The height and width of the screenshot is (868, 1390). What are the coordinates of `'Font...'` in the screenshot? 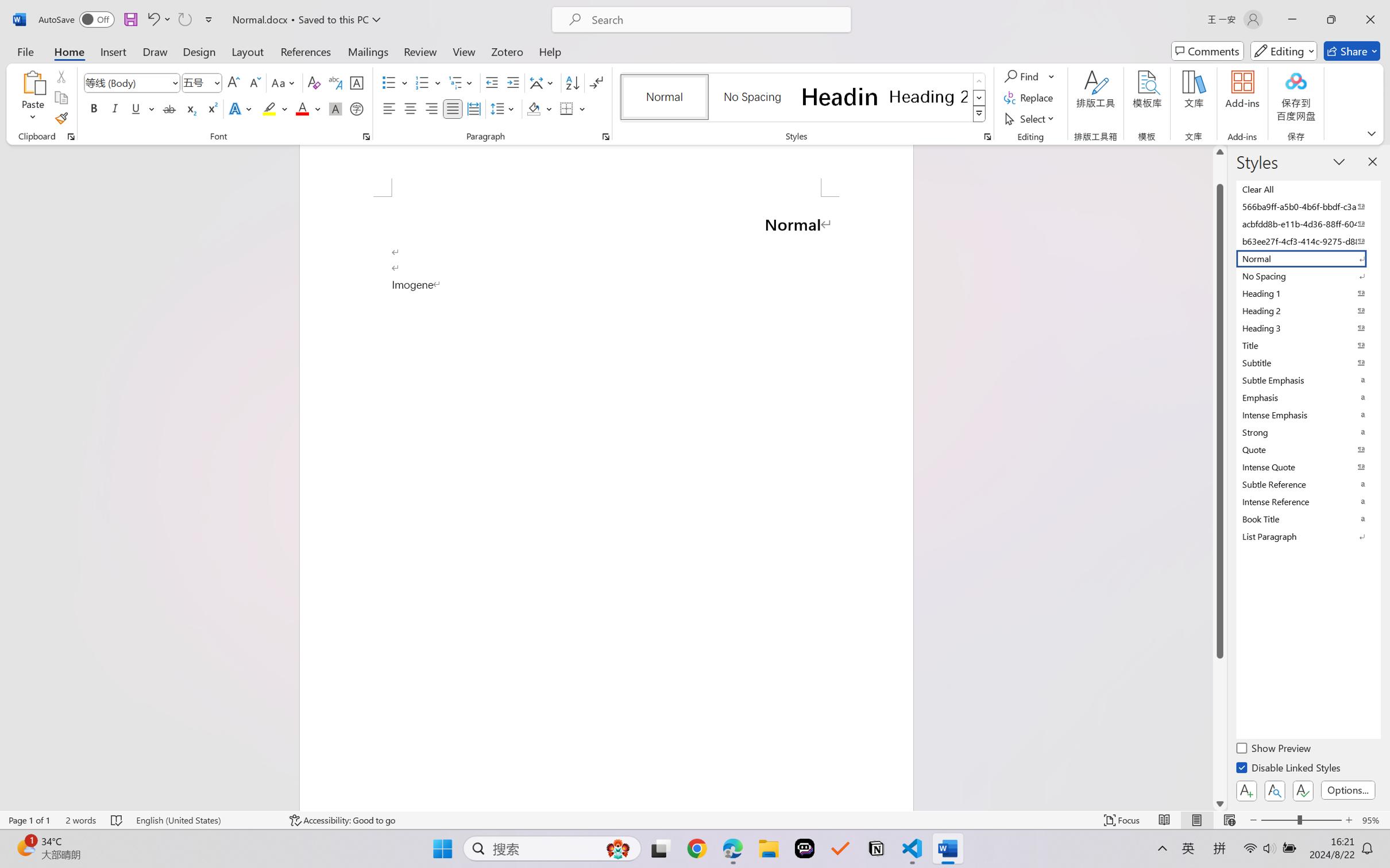 It's located at (366, 136).